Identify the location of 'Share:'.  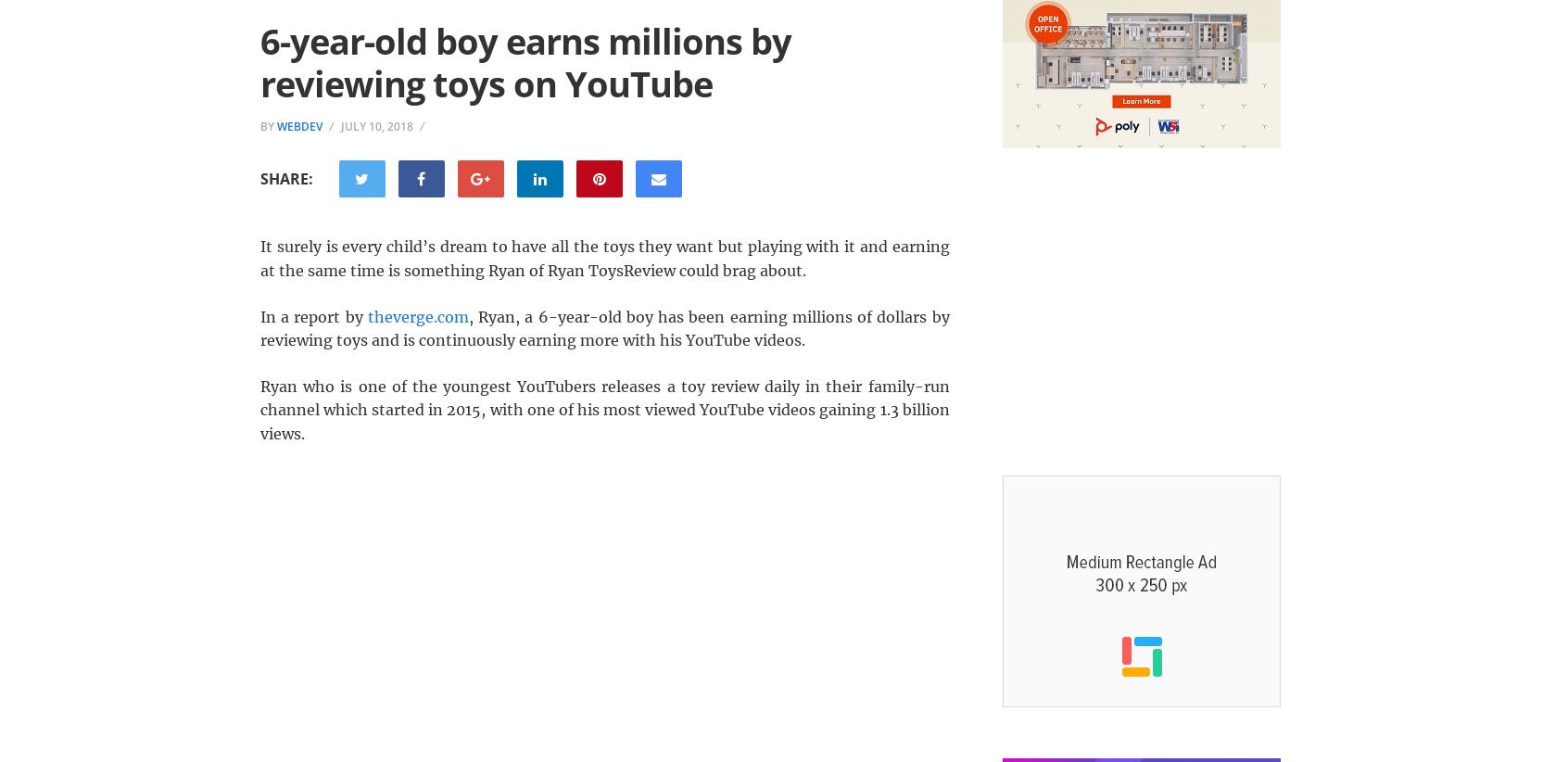
(285, 178).